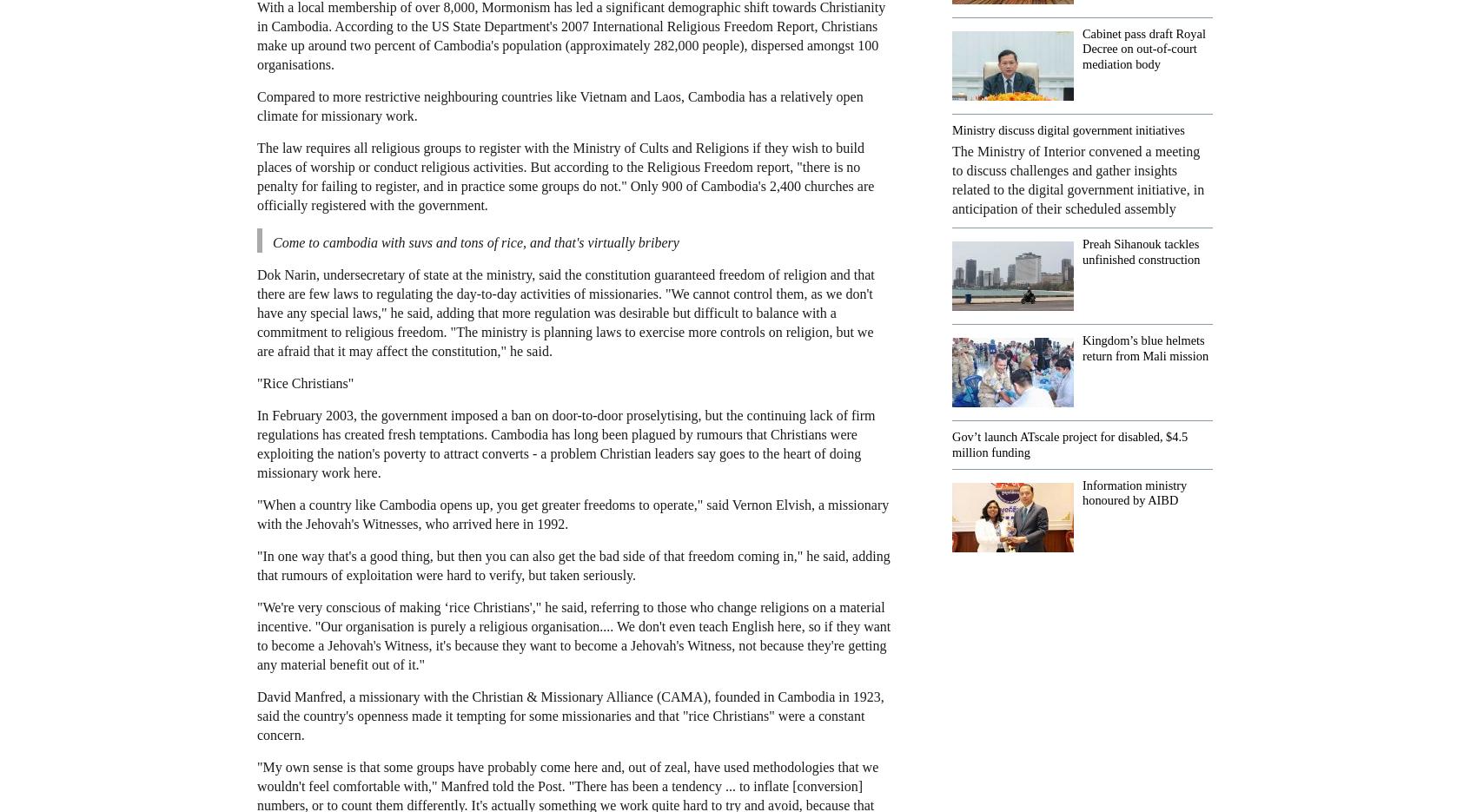  I want to click on 'The Ministry of Interior convened a meeting to discuss challenges and gather insights related to the digital government initiative, in anticipation of their scheduled assembly', so click(1078, 179).